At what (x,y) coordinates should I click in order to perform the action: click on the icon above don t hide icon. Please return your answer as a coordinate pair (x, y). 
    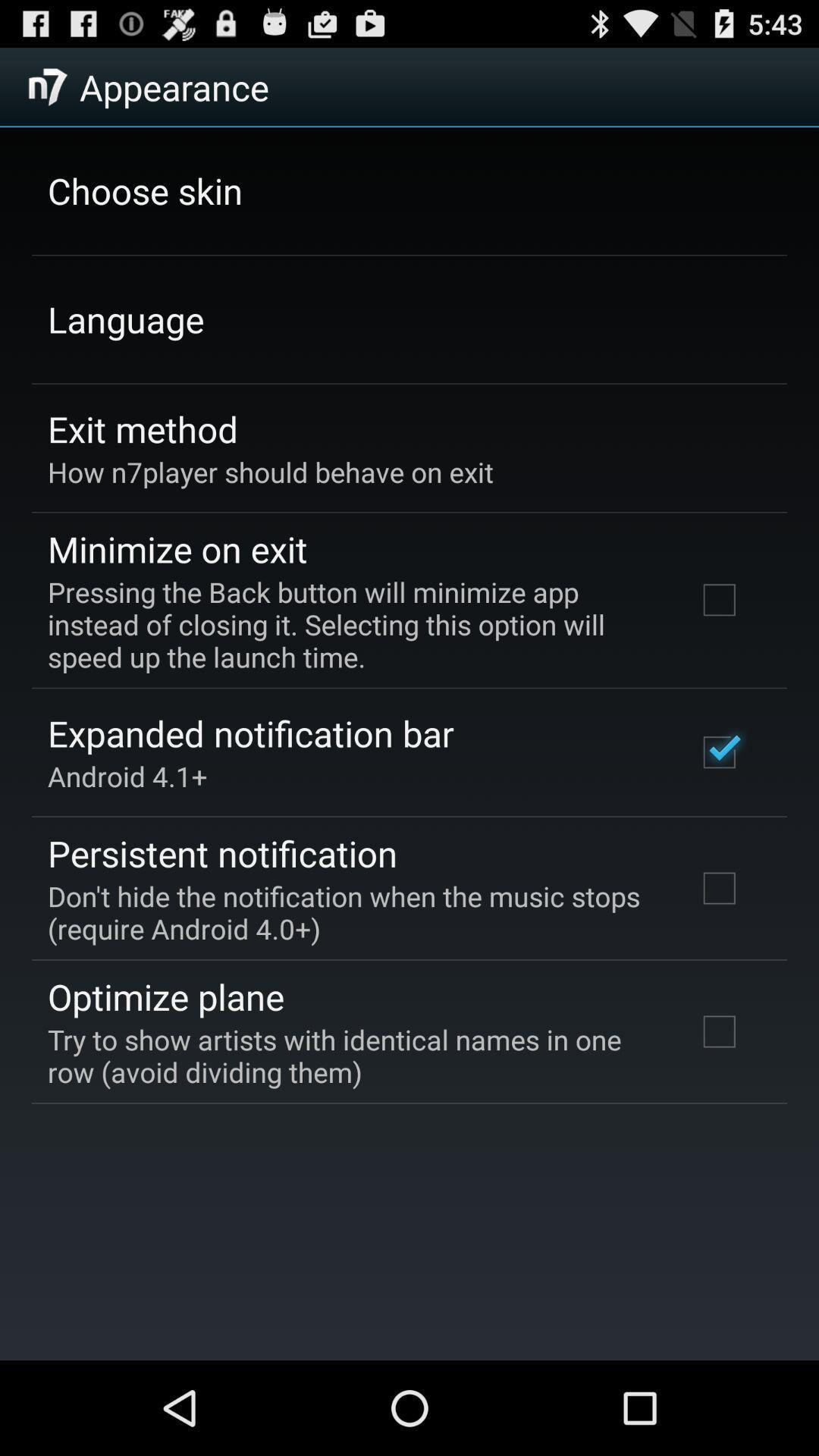
    Looking at the image, I should click on (222, 853).